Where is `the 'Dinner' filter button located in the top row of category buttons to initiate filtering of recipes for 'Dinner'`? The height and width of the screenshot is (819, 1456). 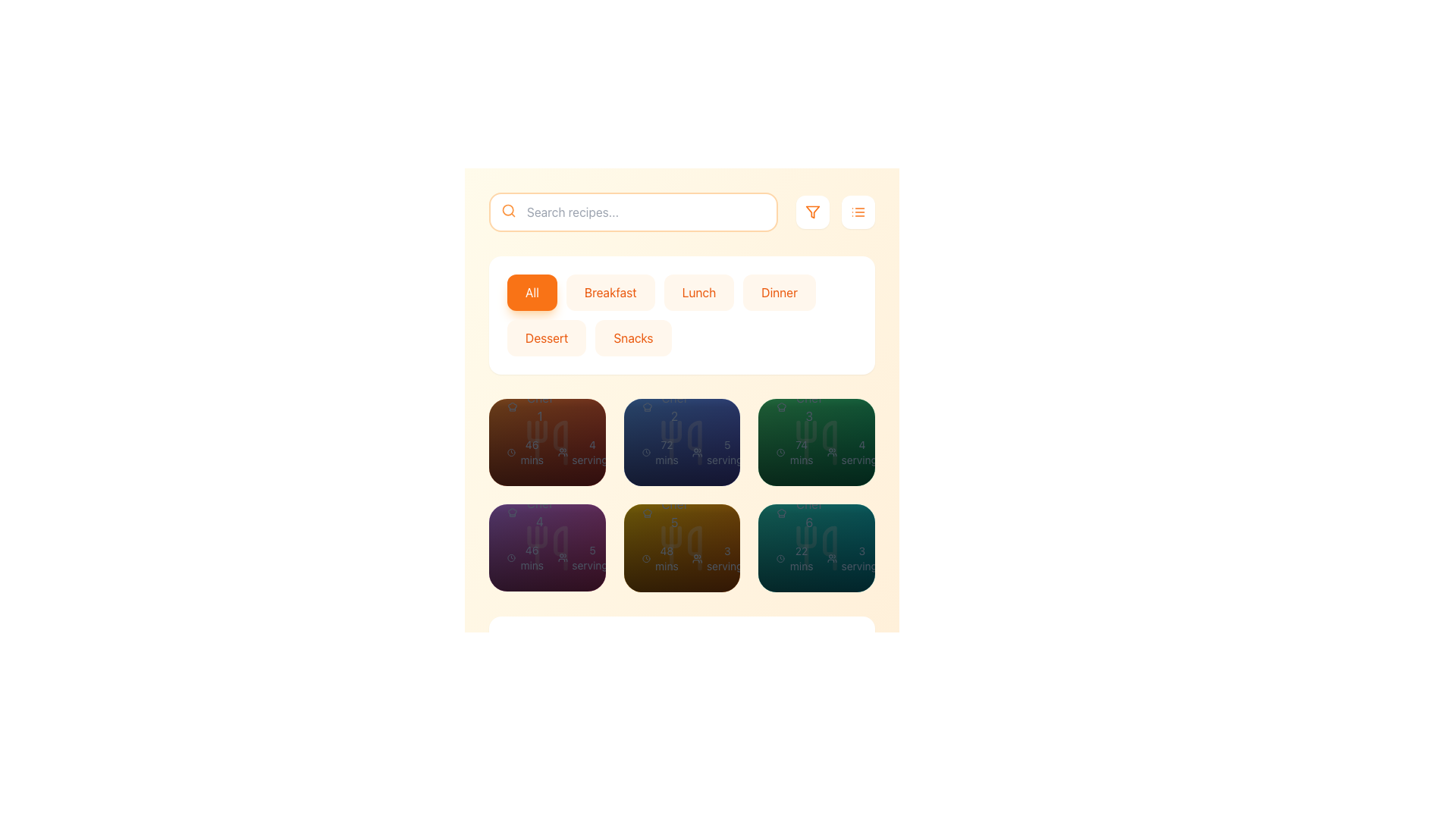
the 'Dinner' filter button located in the top row of category buttons to initiate filtering of recipes for 'Dinner' is located at coordinates (779, 292).